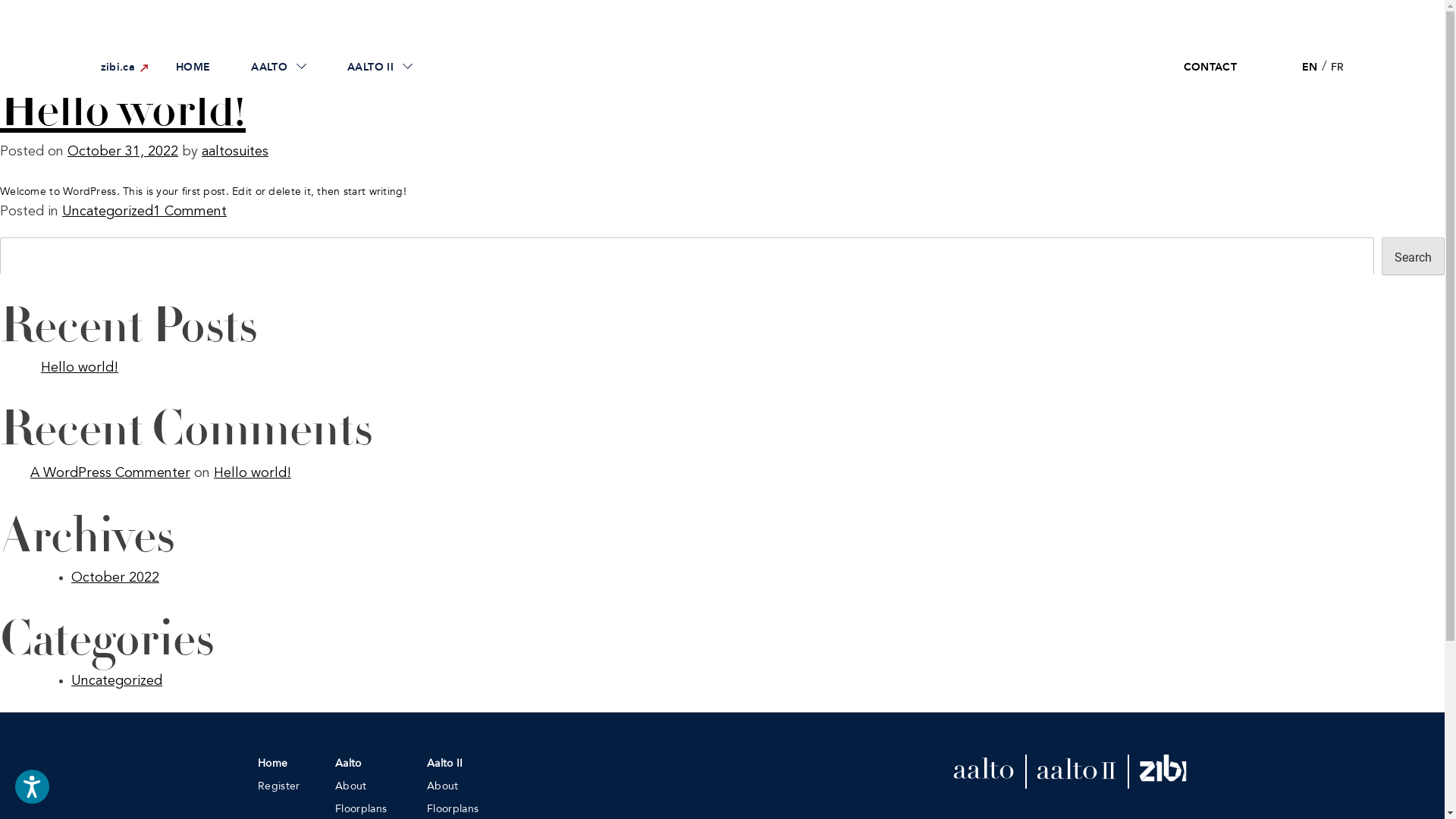  What do you see at coordinates (334, 763) in the screenshot?
I see `'Aalto'` at bounding box center [334, 763].